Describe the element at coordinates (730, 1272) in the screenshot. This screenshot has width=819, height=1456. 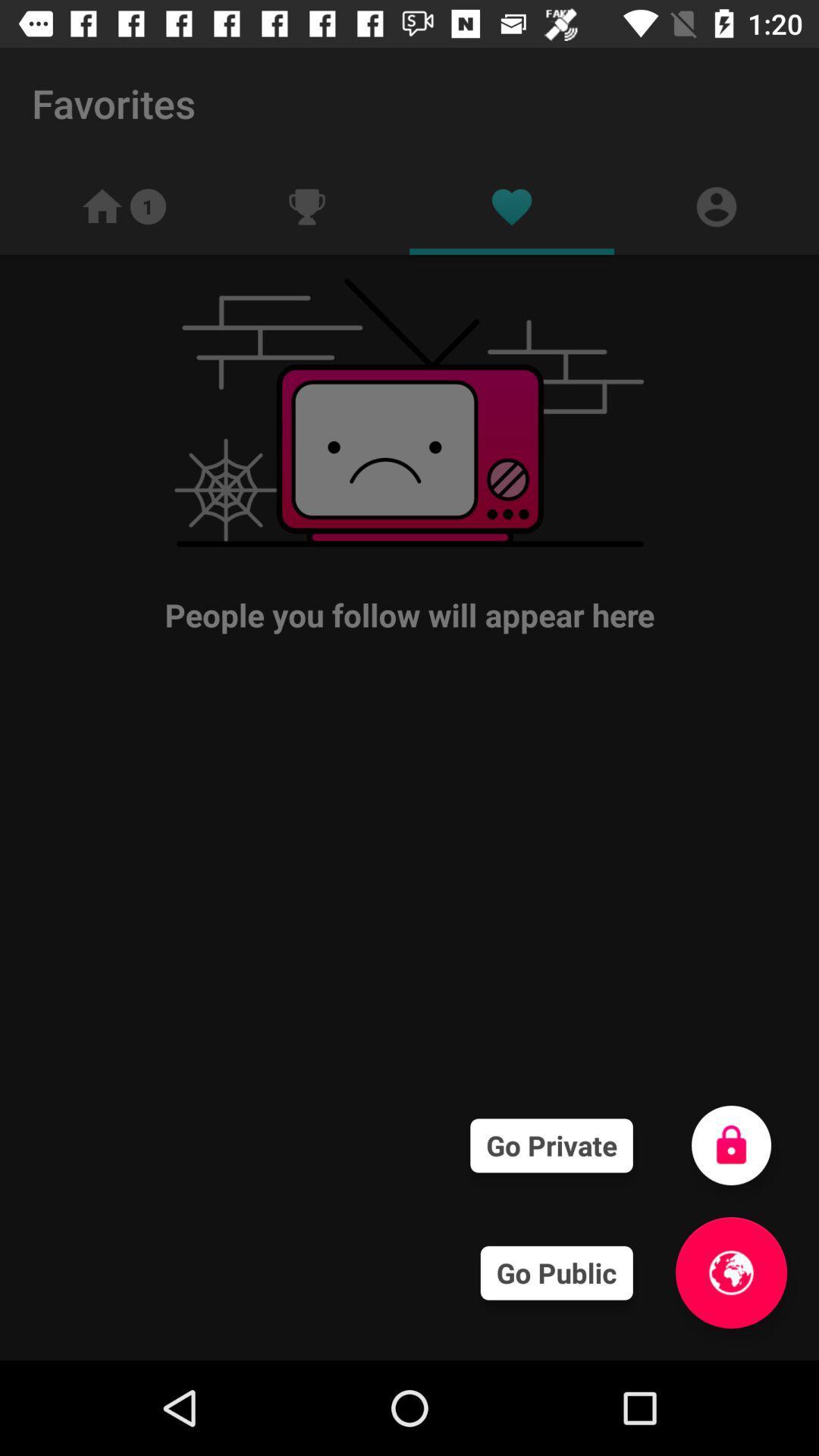
I see `make it public` at that location.